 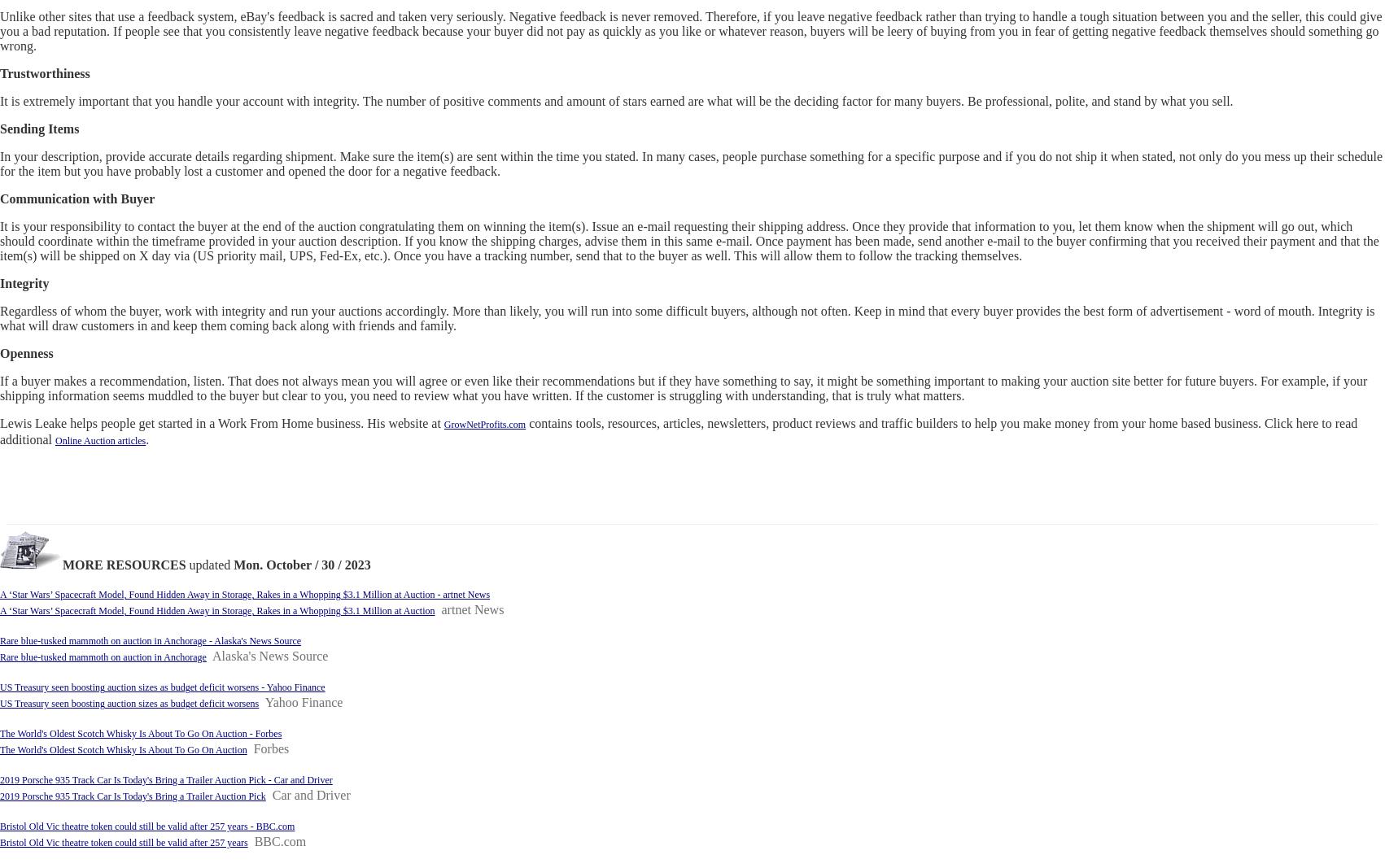 What do you see at coordinates (26, 352) in the screenshot?
I see `'Openness'` at bounding box center [26, 352].